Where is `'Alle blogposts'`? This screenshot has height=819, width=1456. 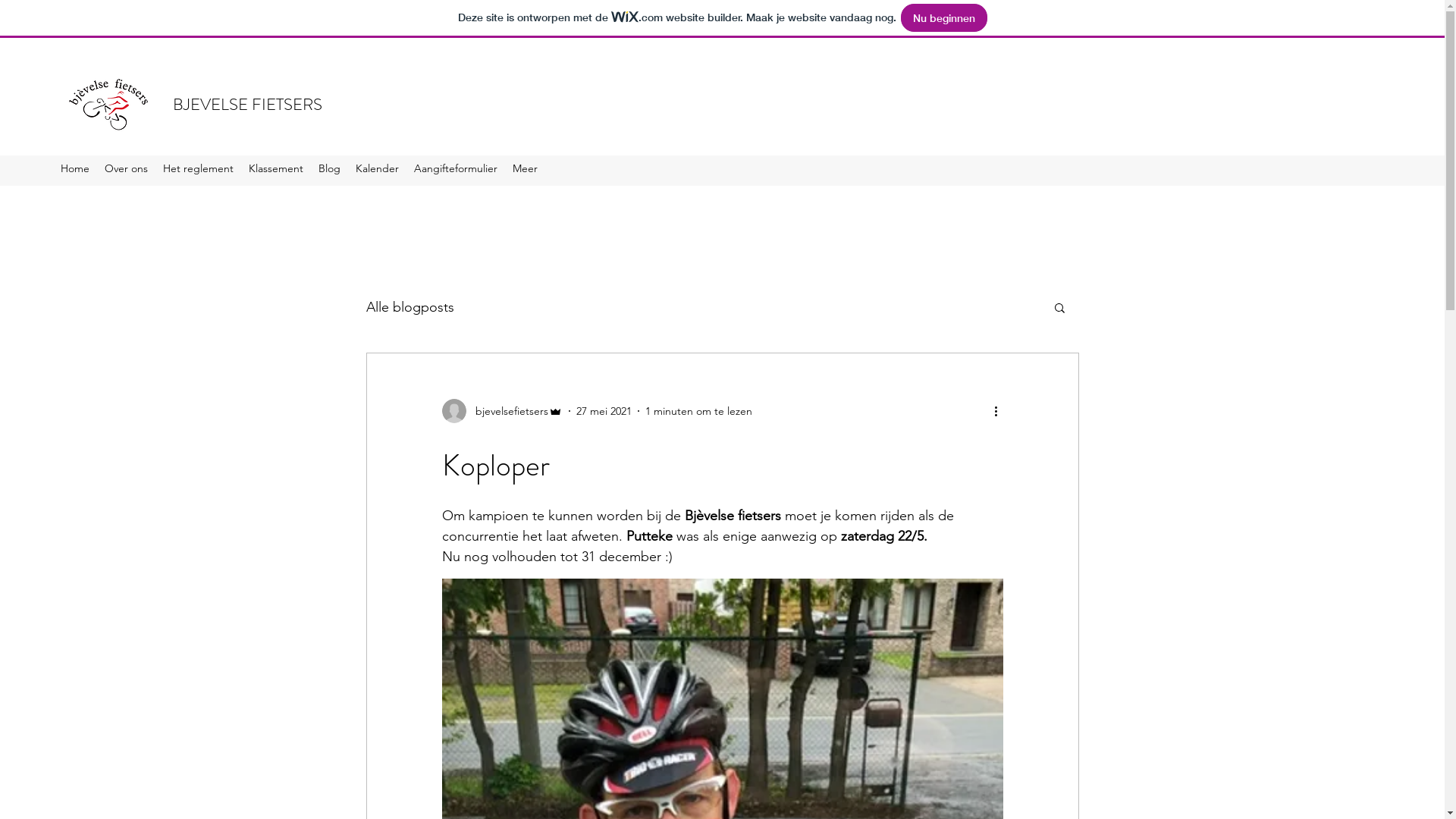 'Alle blogposts' is located at coordinates (409, 307).